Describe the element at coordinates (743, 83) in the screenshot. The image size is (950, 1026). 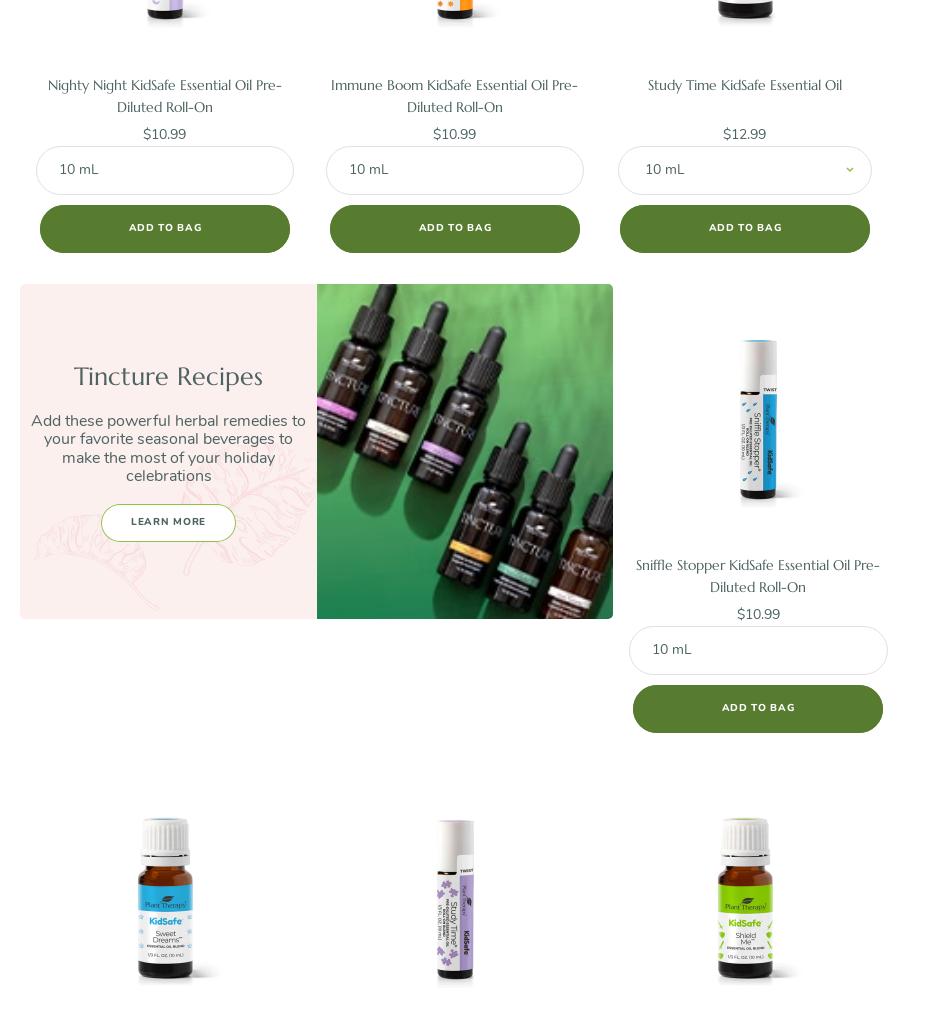
I see `'Study Time KidSafe Essential Oil'` at that location.